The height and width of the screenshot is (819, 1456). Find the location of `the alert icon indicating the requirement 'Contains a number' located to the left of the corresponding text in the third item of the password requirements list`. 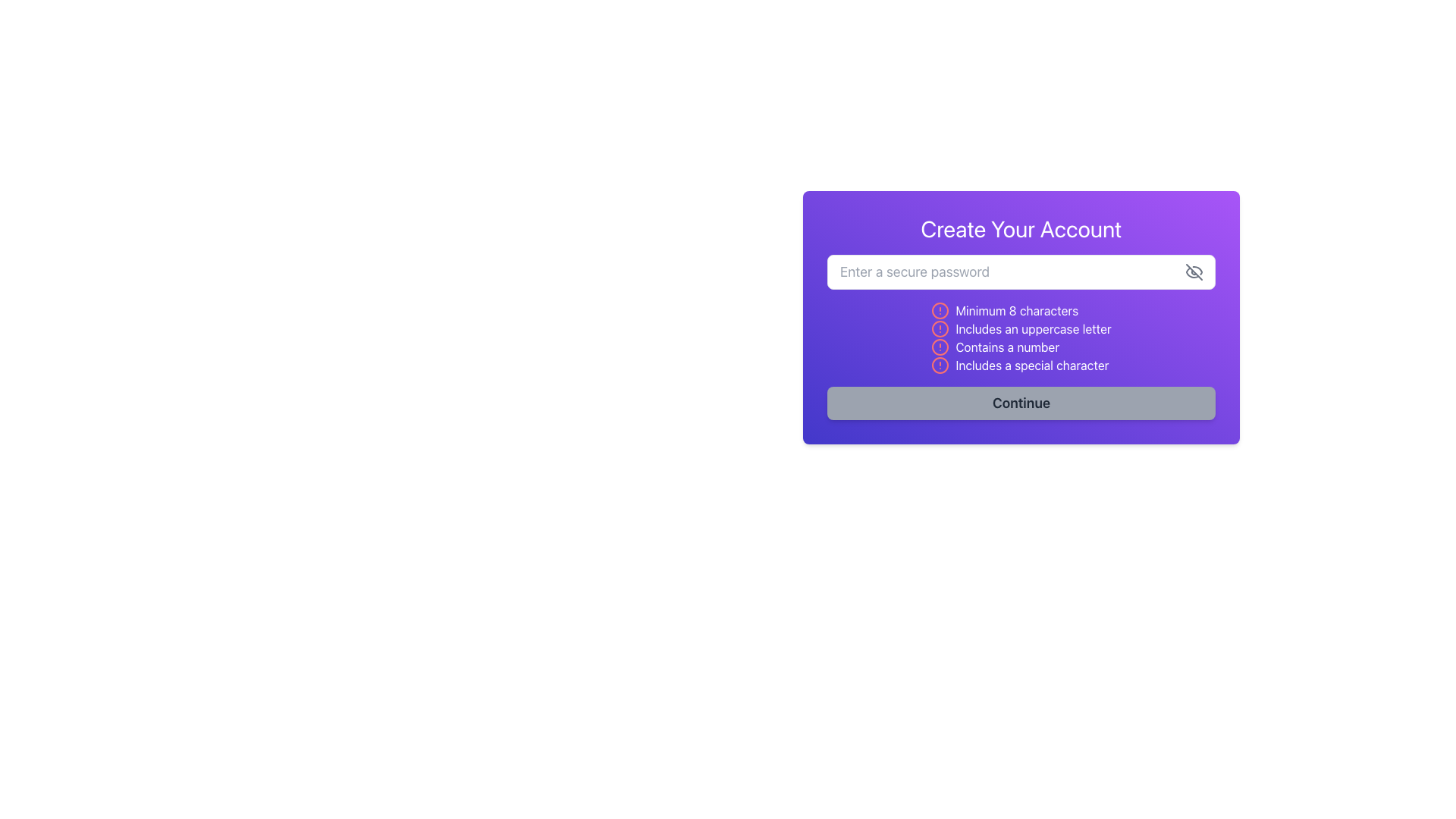

the alert icon indicating the requirement 'Contains a number' located to the left of the corresponding text in the third item of the password requirements list is located at coordinates (940, 347).